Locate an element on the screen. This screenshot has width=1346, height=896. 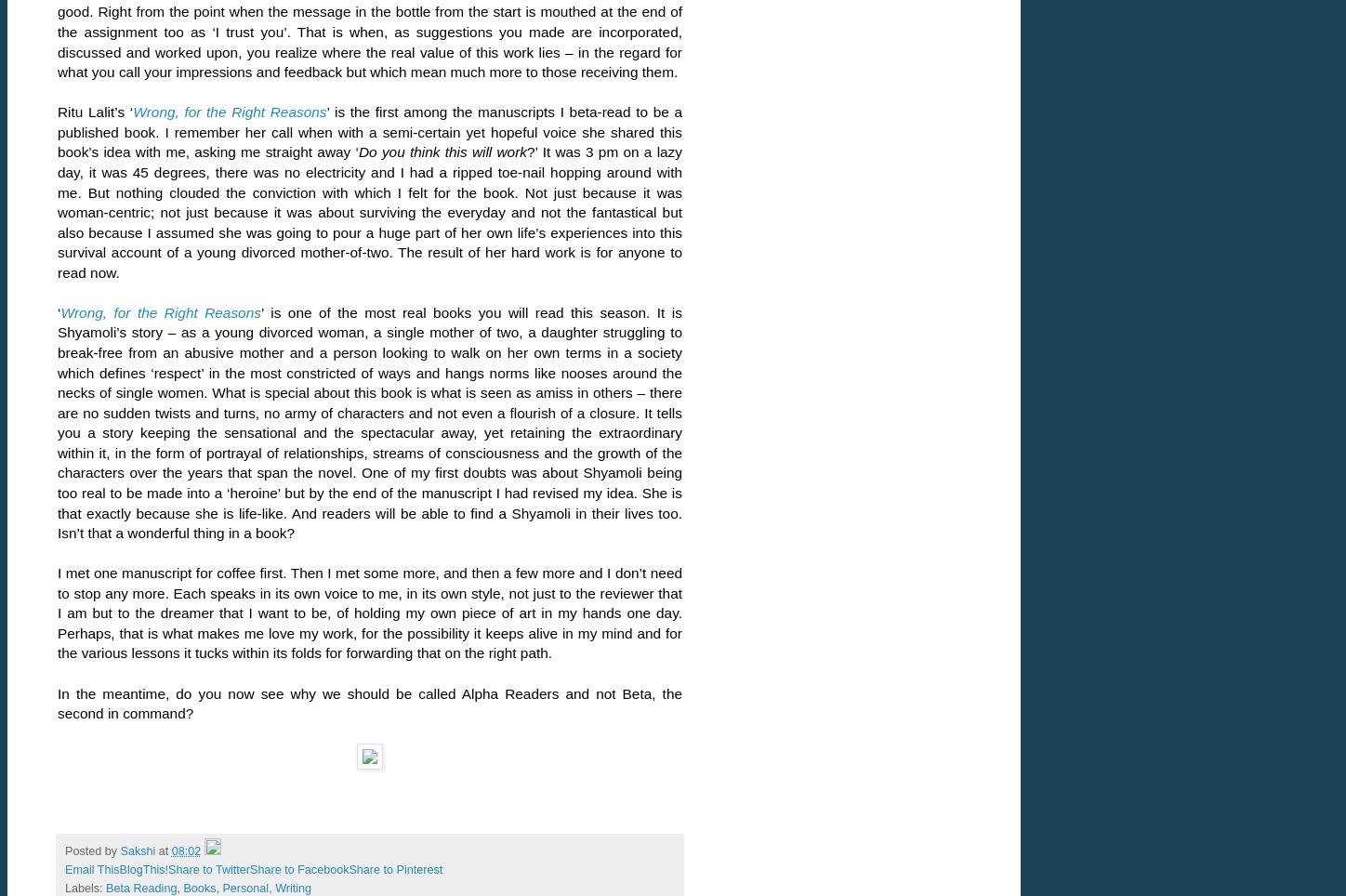
'Writing' is located at coordinates (273, 888).